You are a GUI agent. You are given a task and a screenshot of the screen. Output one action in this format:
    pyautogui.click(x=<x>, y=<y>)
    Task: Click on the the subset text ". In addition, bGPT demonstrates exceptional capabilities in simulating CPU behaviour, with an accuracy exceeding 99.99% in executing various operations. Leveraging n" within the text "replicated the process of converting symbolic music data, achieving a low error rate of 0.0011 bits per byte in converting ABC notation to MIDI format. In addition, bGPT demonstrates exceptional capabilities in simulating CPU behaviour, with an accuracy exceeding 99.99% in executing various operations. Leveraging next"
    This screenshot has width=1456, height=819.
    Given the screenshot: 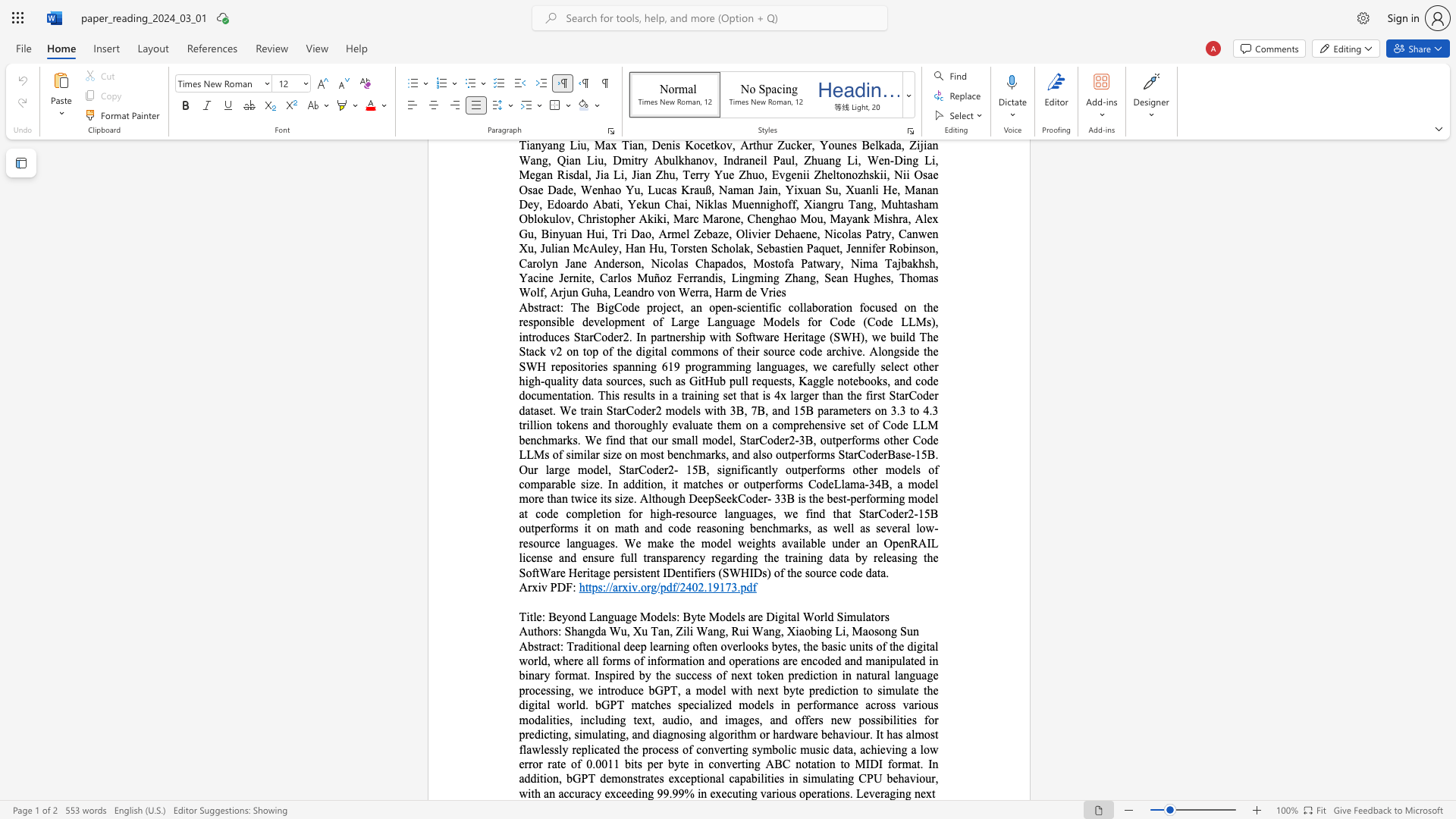 What is the action you would take?
    pyautogui.click(x=919, y=764)
    